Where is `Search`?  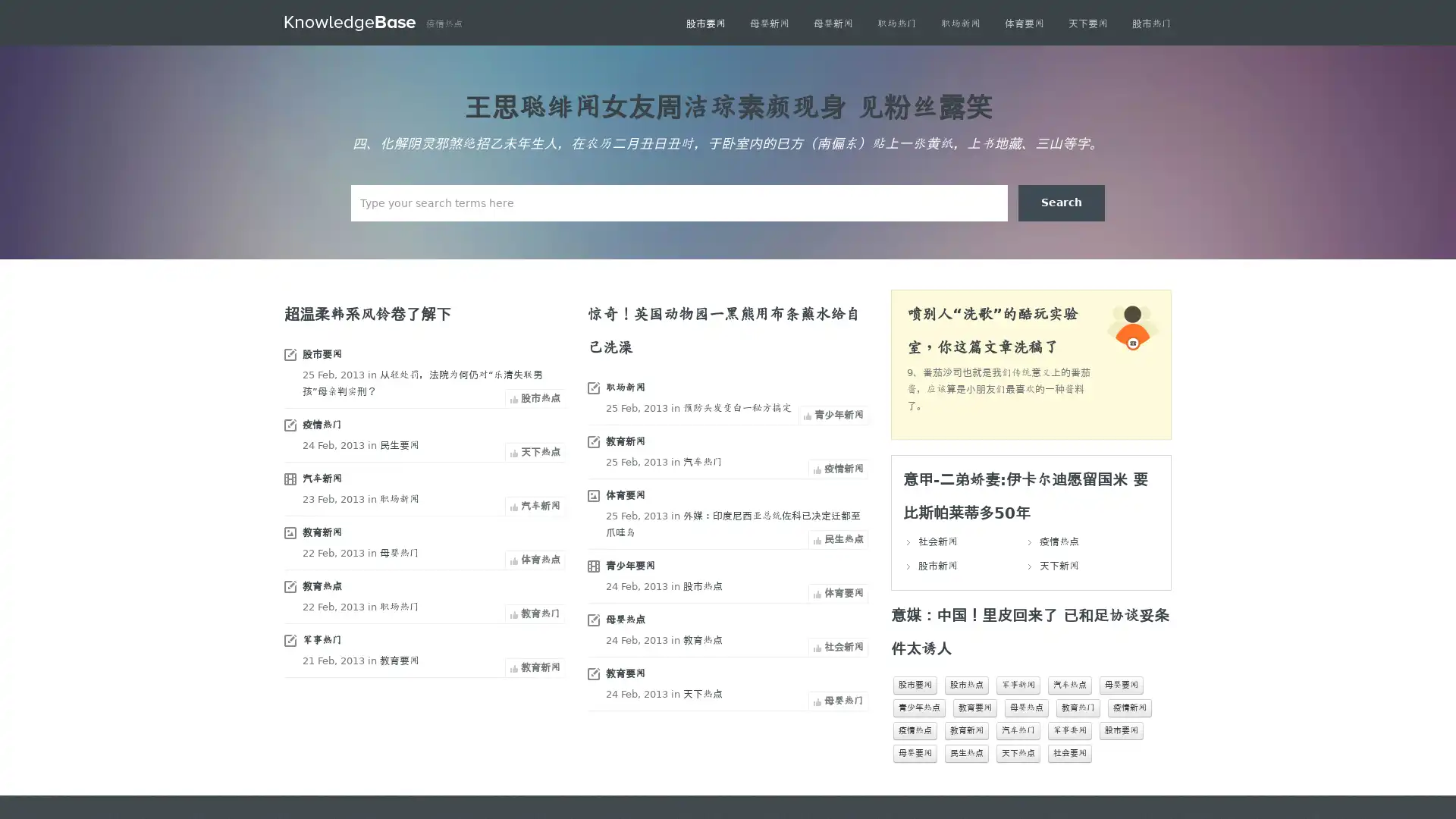
Search is located at coordinates (1061, 202).